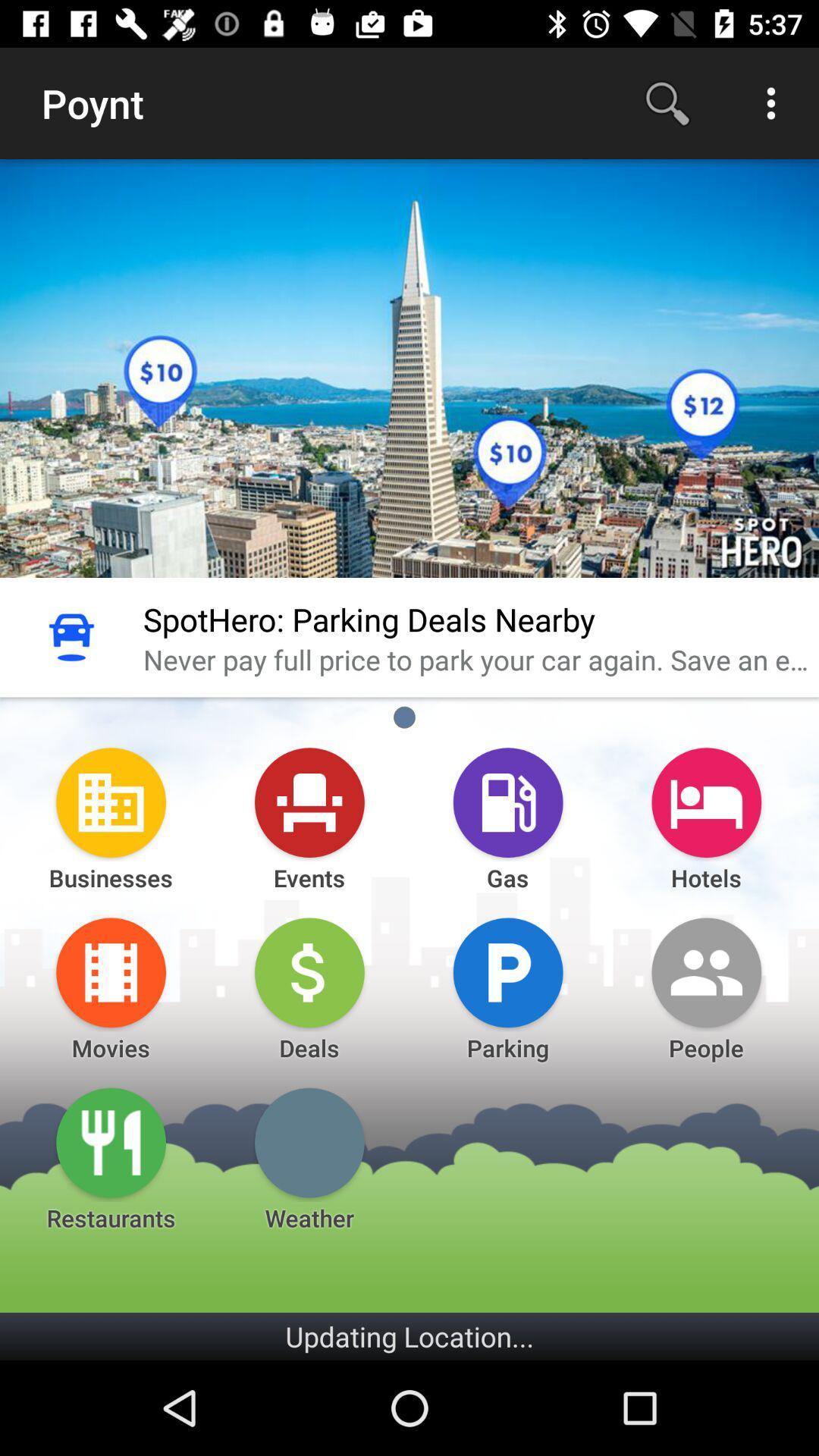 The image size is (819, 1456). What do you see at coordinates (707, 802) in the screenshot?
I see `hotel icon on the page` at bounding box center [707, 802].